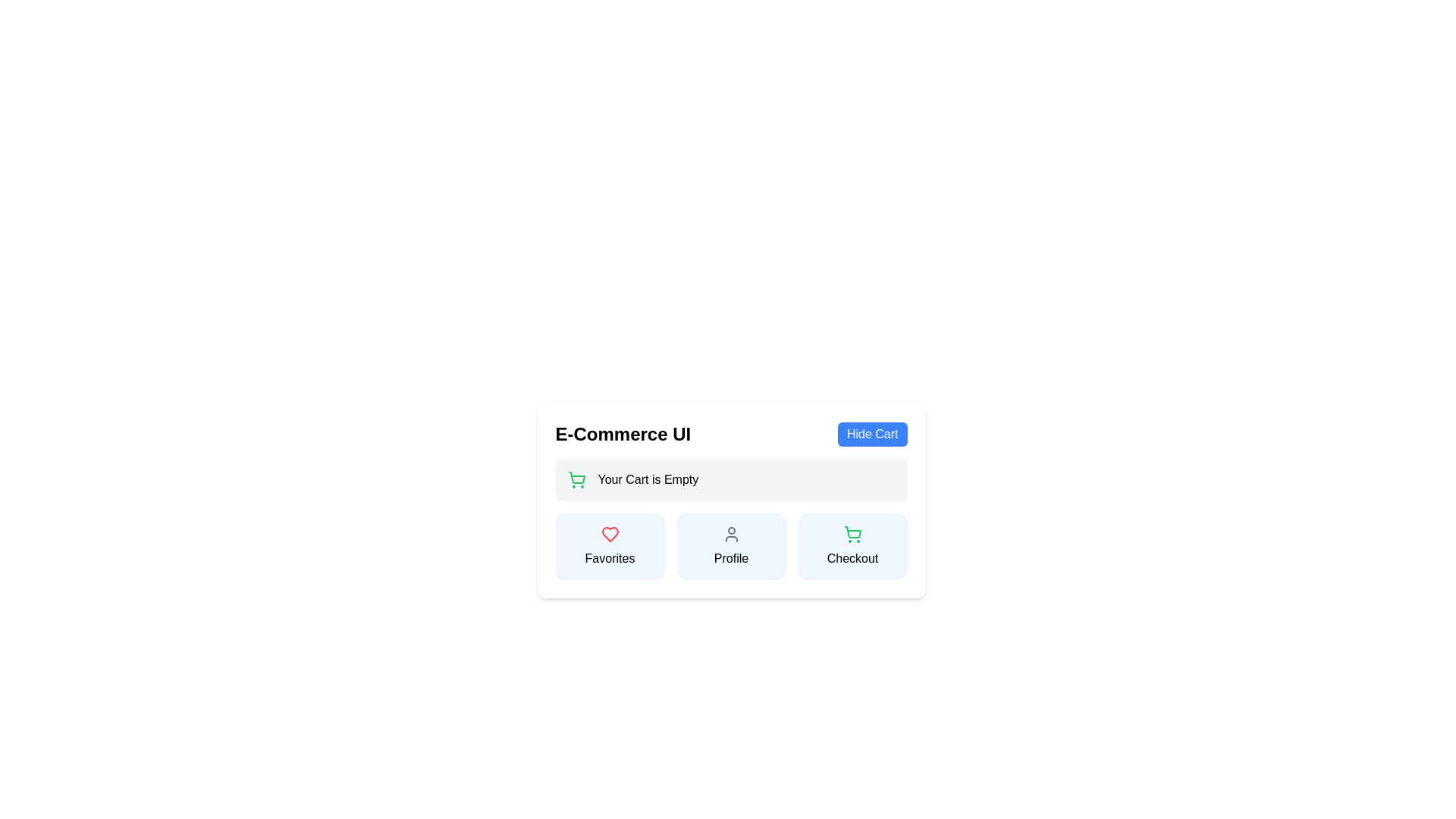 The width and height of the screenshot is (1456, 819). Describe the element at coordinates (852, 534) in the screenshot. I see `the checkout icon located at the bottom-right corner of the favorites and profile elements, which symbolizes the checkout function of the e-commerce platform` at that location.